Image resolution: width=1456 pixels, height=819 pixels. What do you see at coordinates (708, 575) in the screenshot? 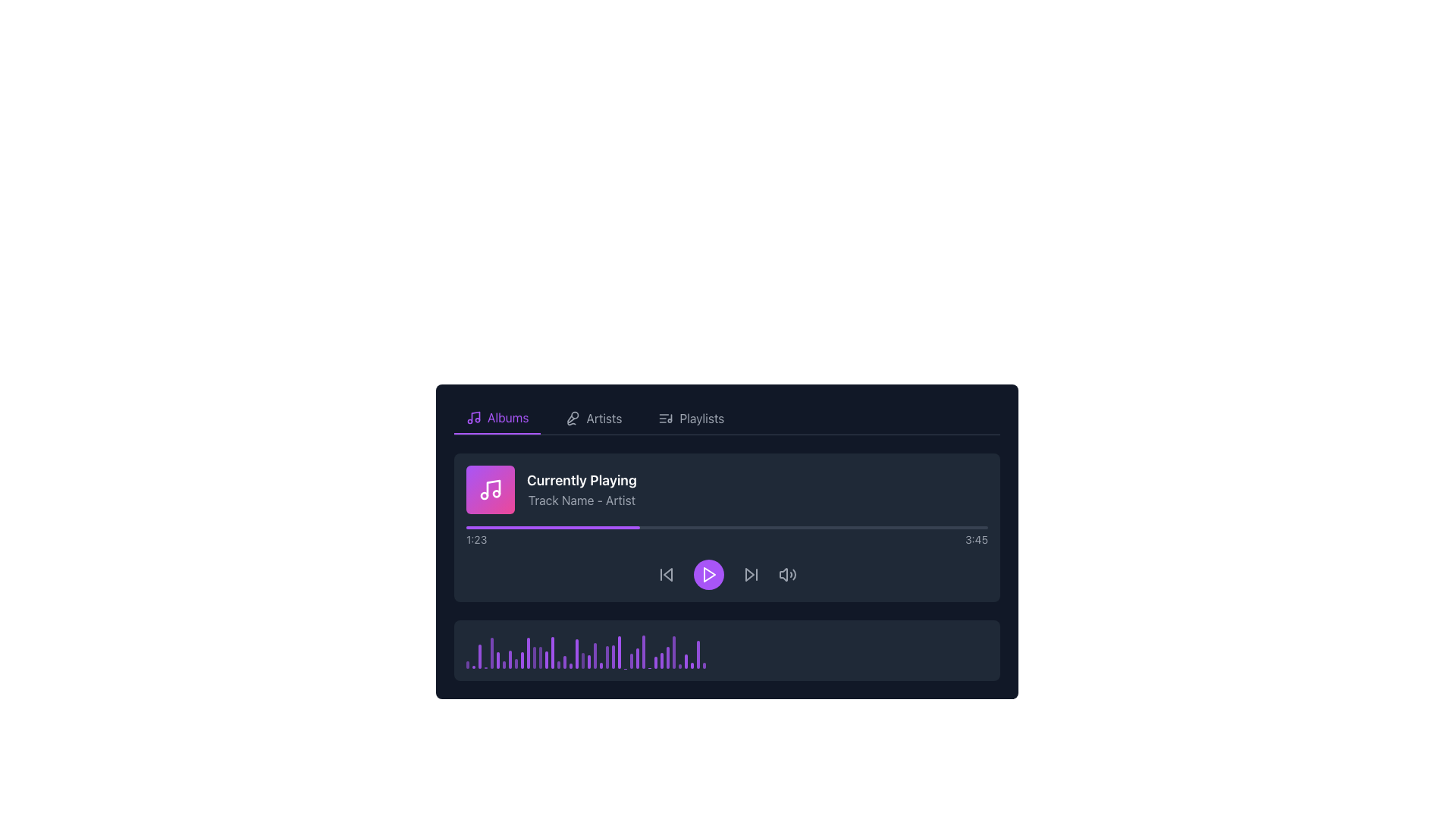
I see `the central play button in the media control section of the music player interface to play or resume media playback` at bounding box center [708, 575].